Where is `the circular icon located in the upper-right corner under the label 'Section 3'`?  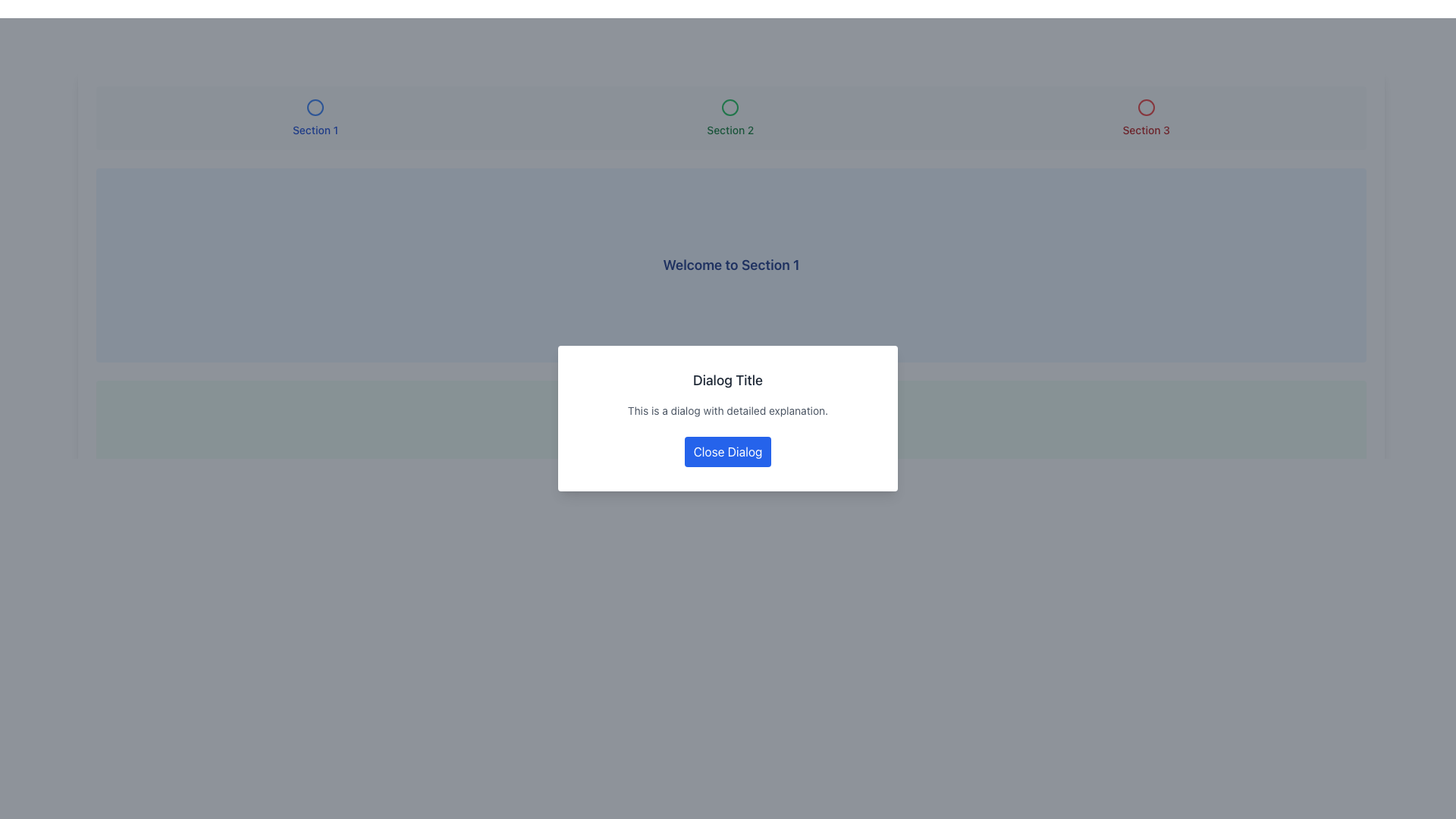
the circular icon located in the upper-right corner under the label 'Section 3' is located at coordinates (1146, 107).